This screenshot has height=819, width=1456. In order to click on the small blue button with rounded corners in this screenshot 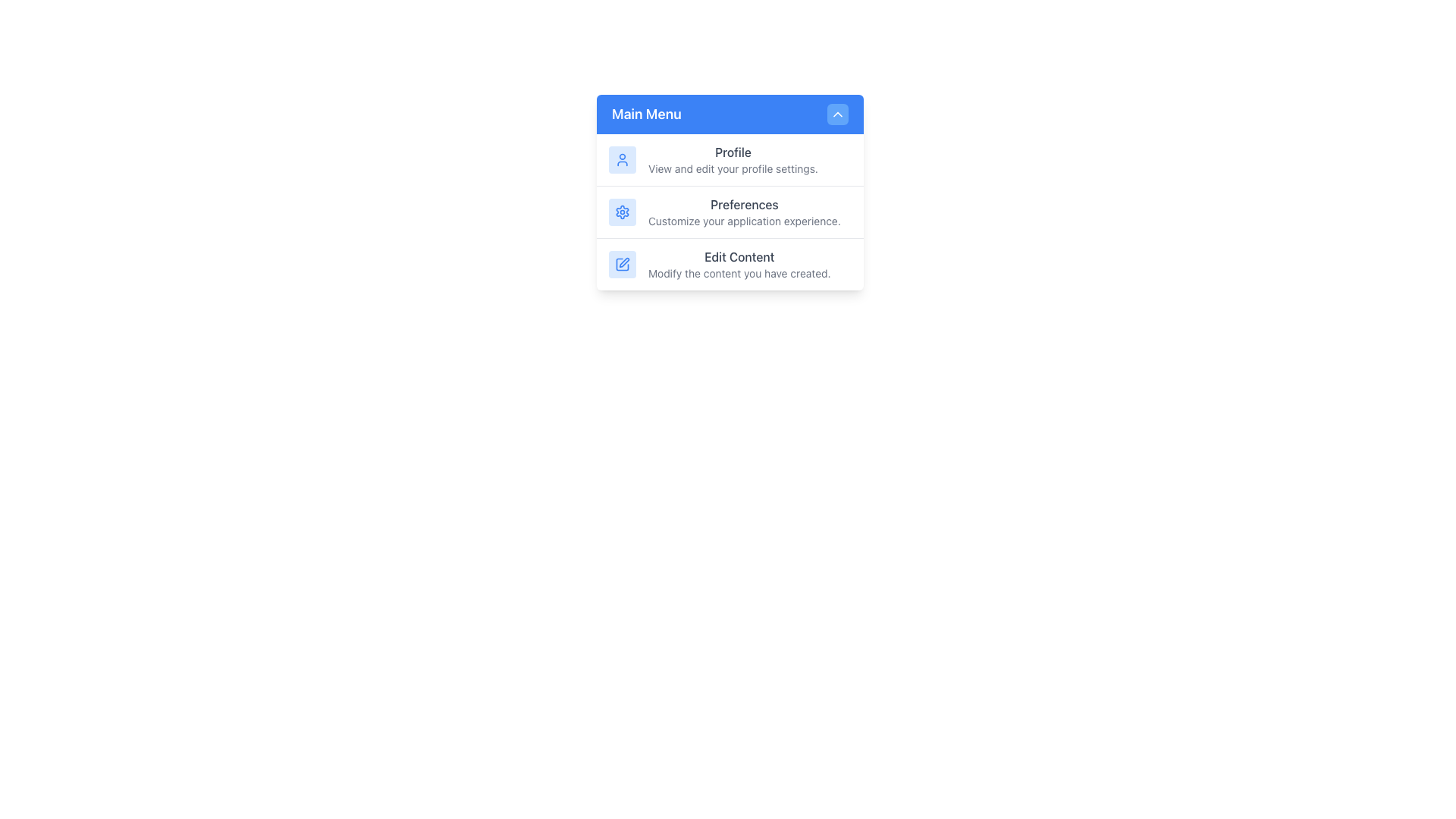, I will do `click(836, 113)`.